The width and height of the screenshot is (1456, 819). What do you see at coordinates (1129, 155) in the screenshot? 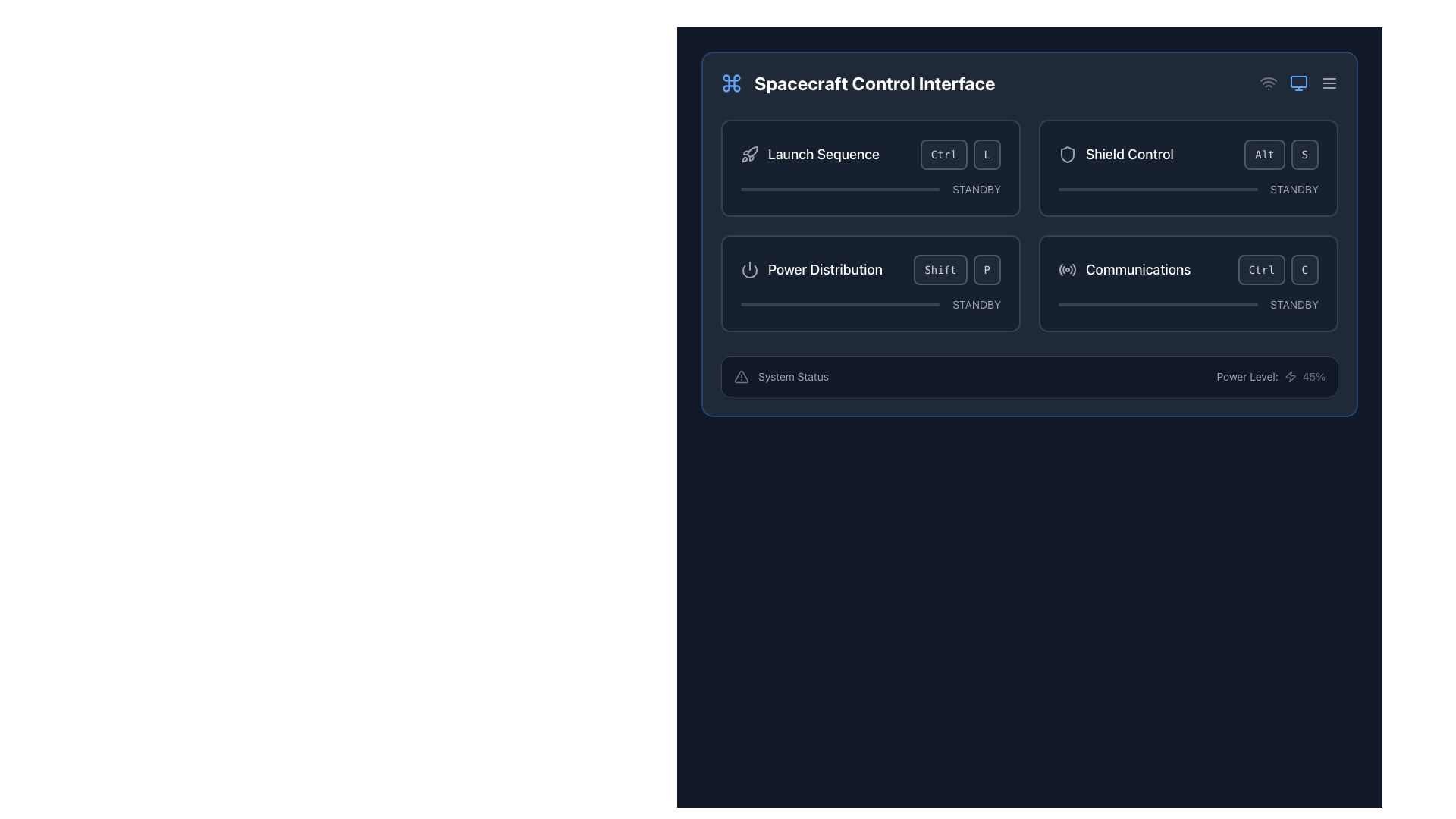
I see `the 'Shield Control' text label, which is visually prominent in white font against a dark background and located on the right-hand side of the interface, next to a shield icon` at bounding box center [1129, 155].